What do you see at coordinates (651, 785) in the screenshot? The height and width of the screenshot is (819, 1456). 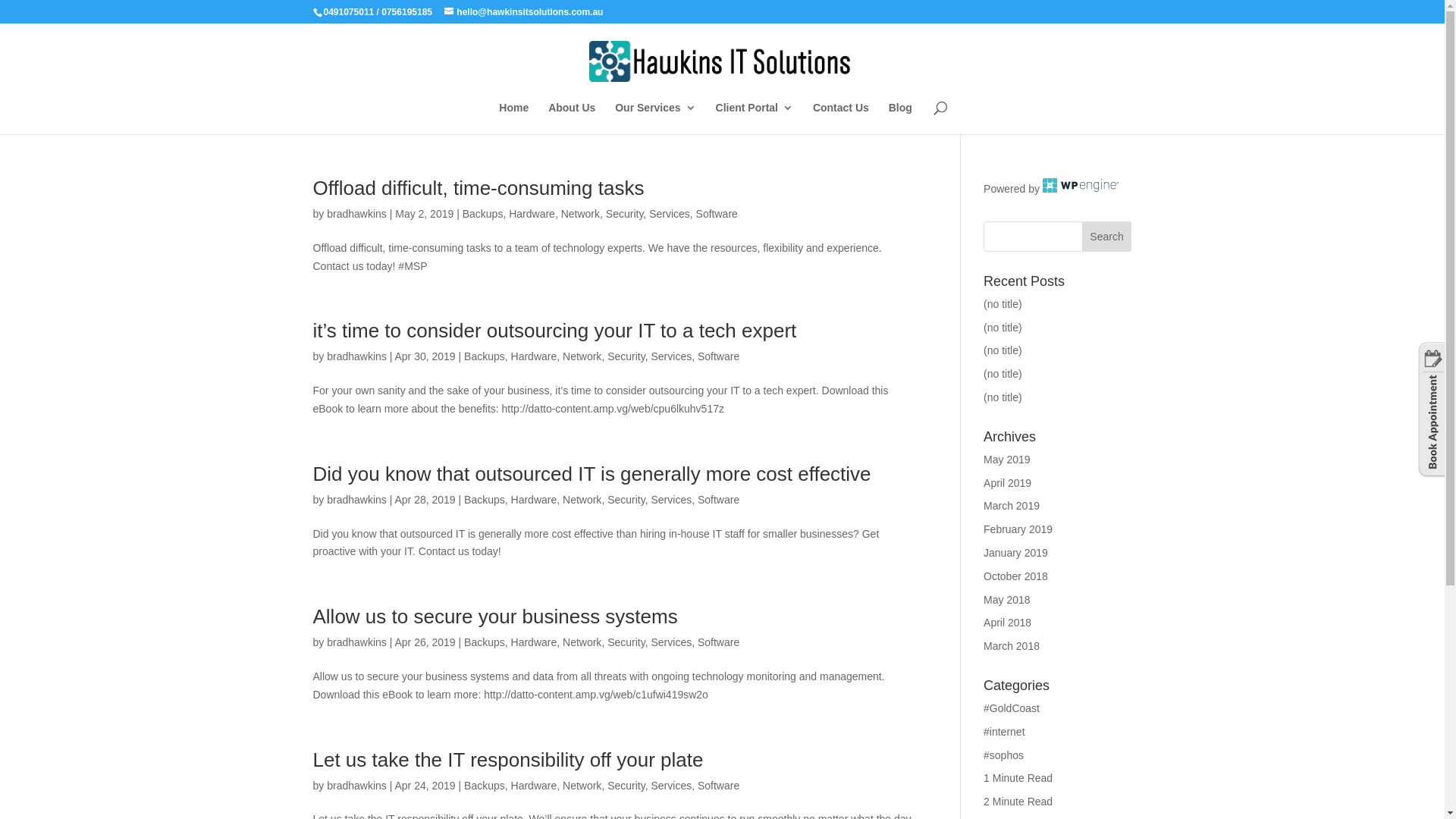 I see `'Services'` at bounding box center [651, 785].